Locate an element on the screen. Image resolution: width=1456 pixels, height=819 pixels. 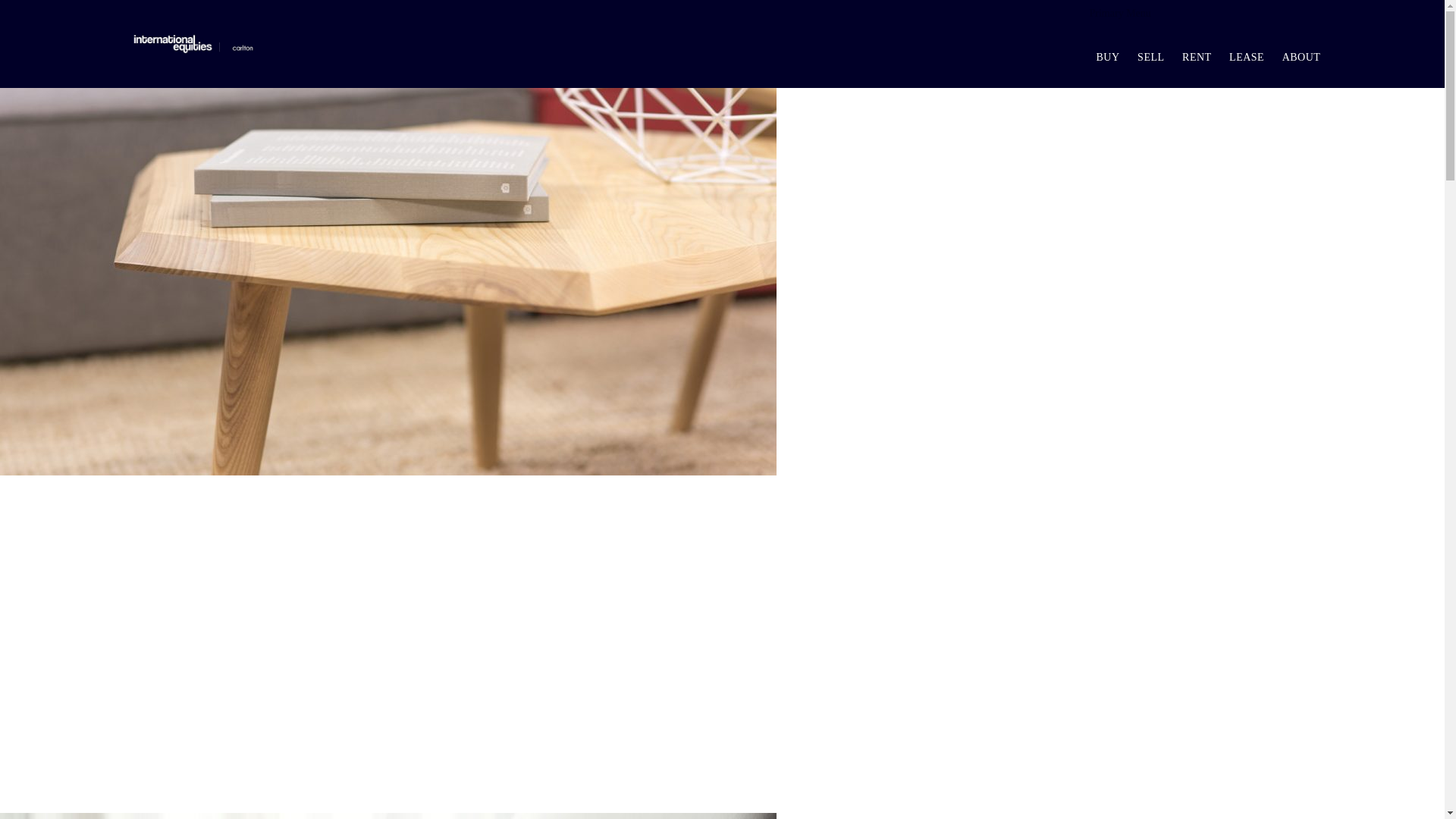
'LEASE' is located at coordinates (1246, 57).